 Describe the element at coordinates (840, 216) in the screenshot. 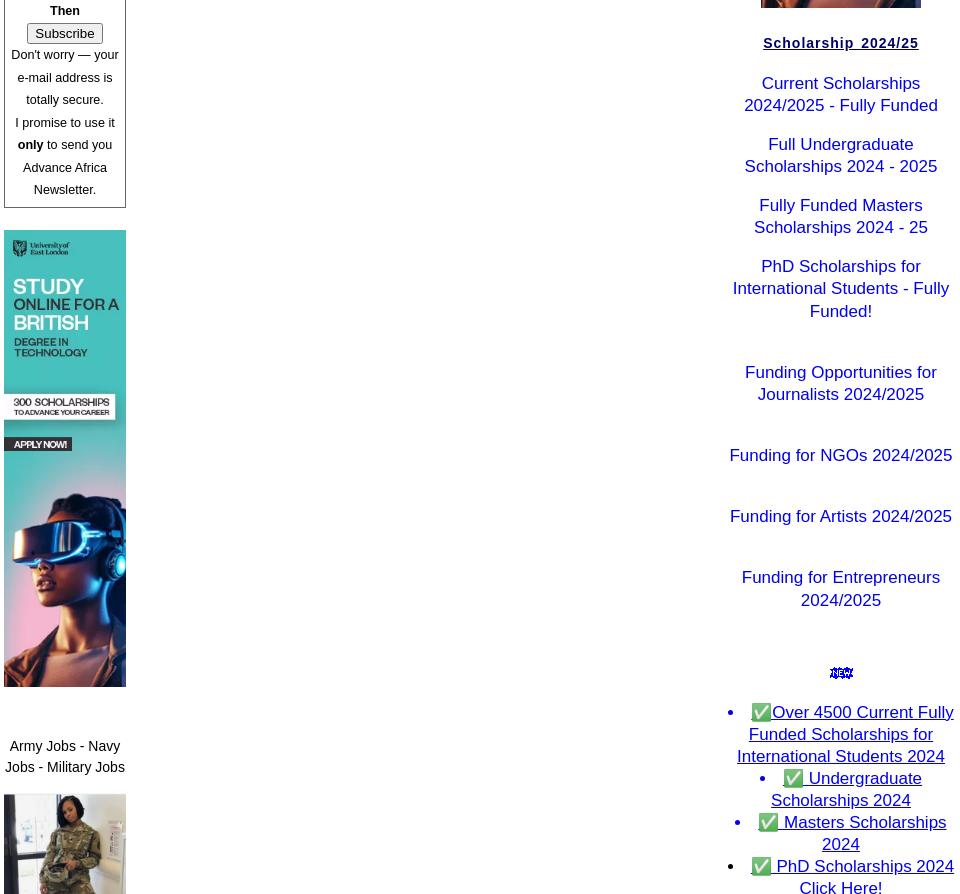

I see `'Fully Funded Masters Scholarships 2024 - 25'` at that location.